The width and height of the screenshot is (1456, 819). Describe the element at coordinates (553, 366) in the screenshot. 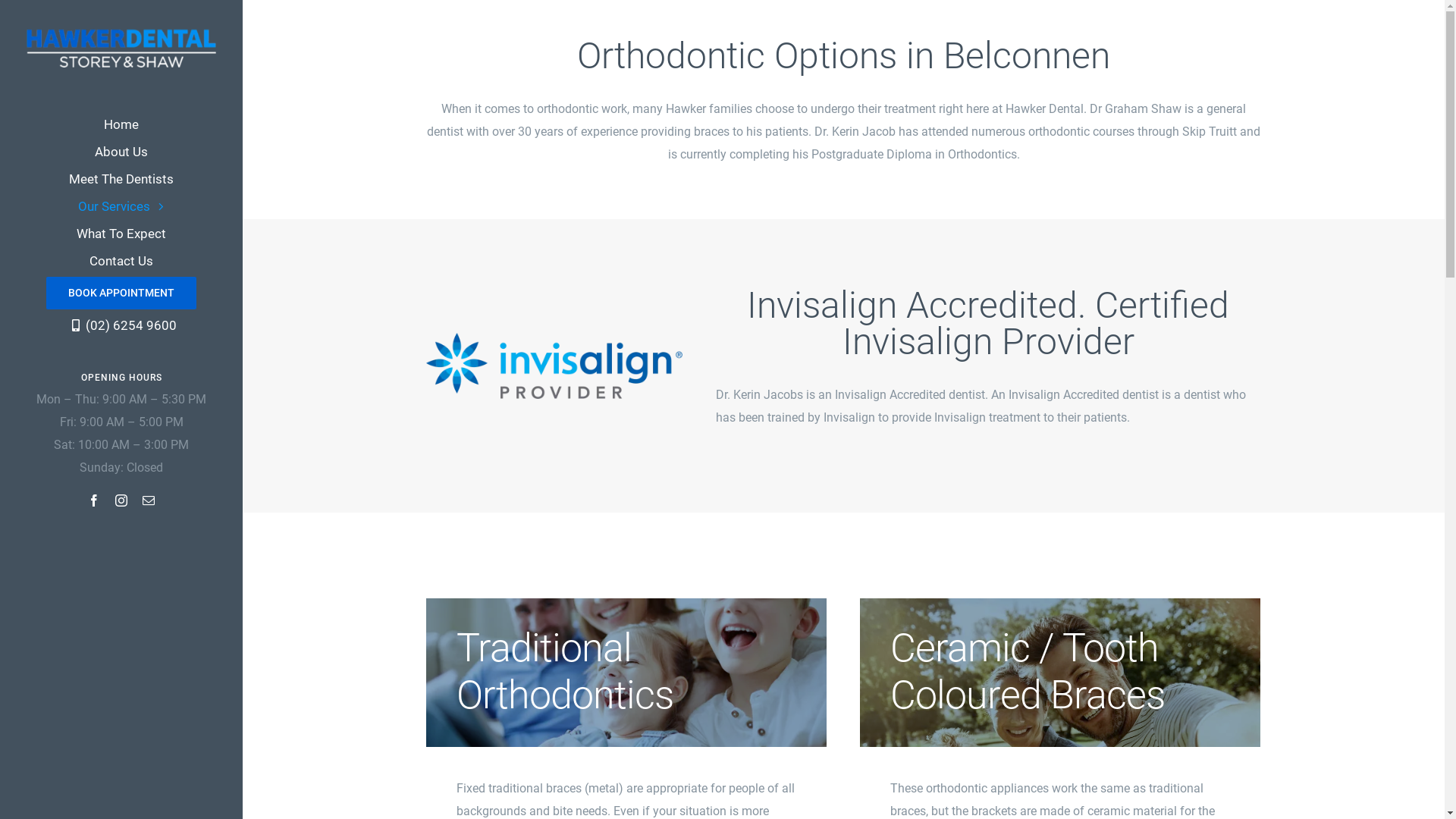

I see `'Invisalign-Provider-Logo-RGB'` at that location.